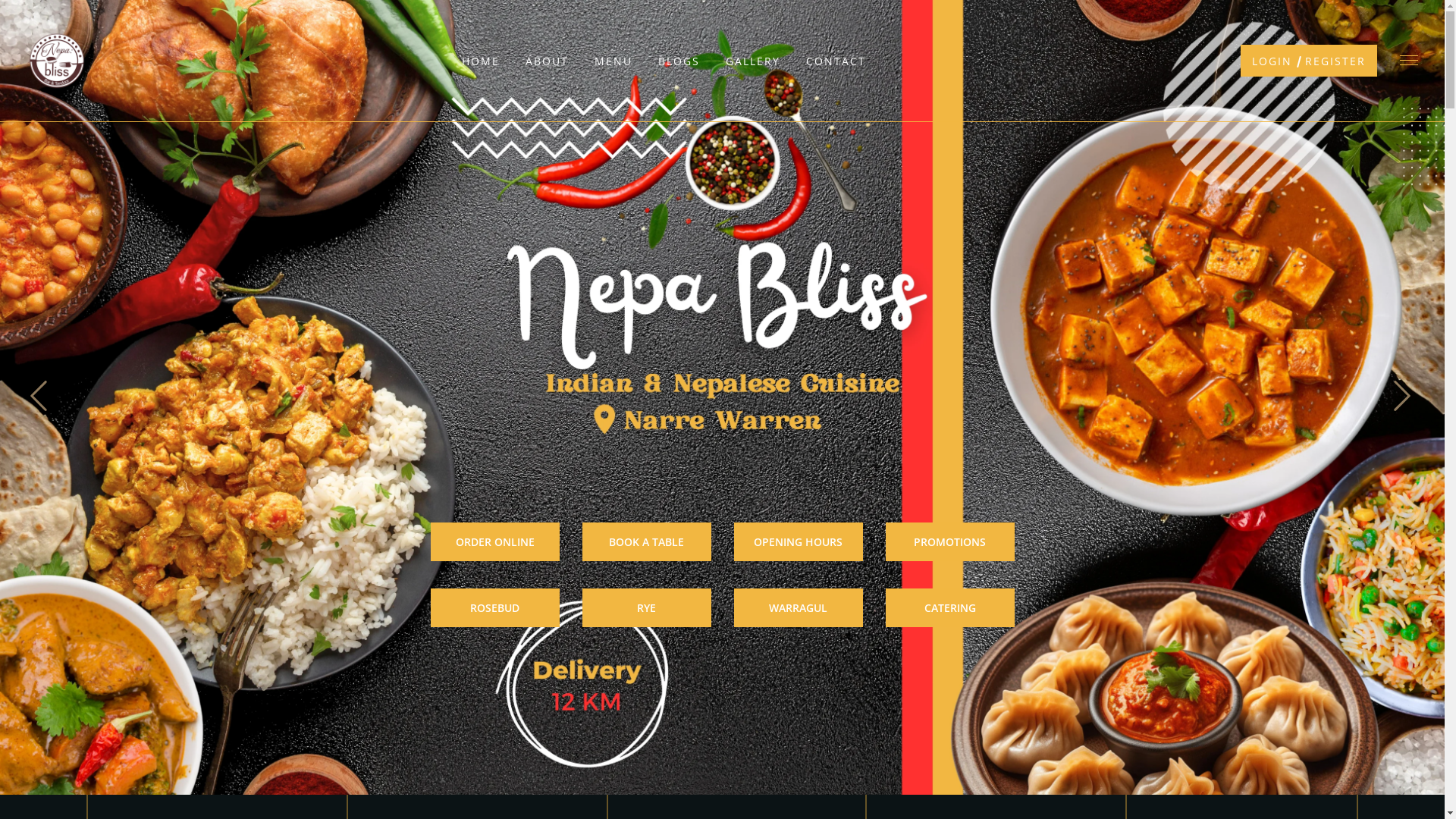  Describe the element at coordinates (494, 541) in the screenshot. I see `'ORDER ONLINE'` at that location.